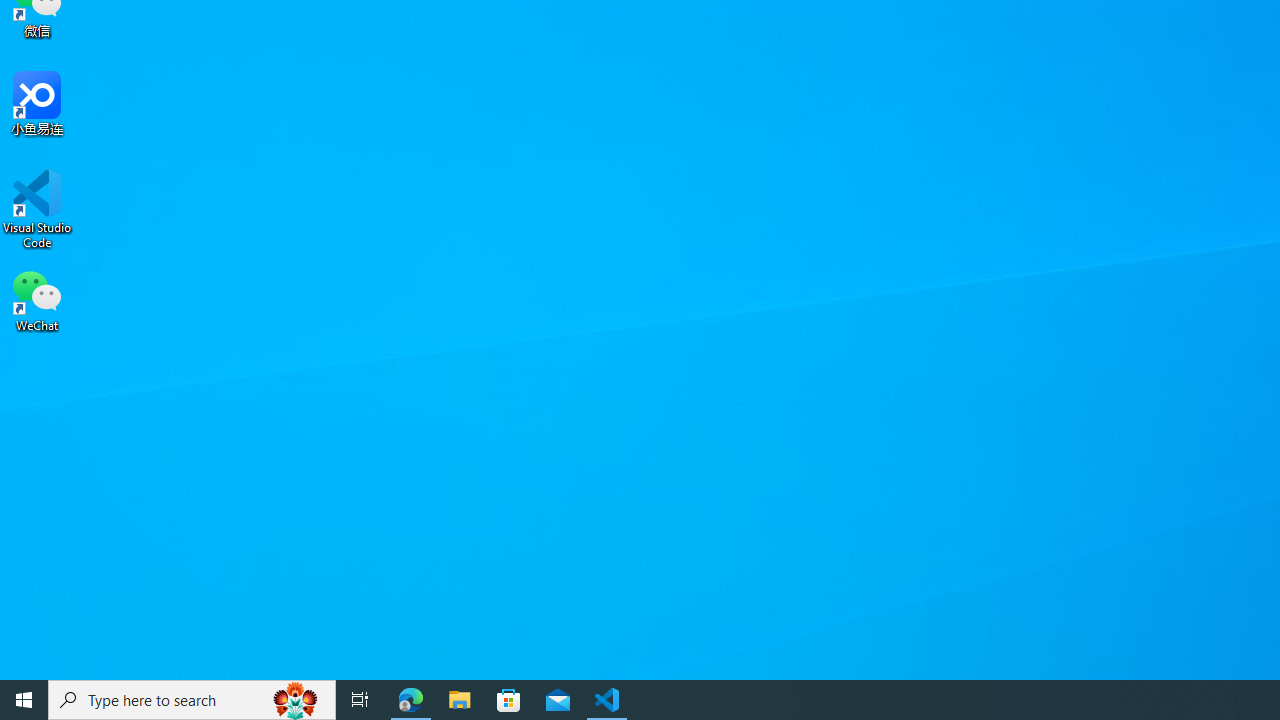  What do you see at coordinates (192, 698) in the screenshot?
I see `'Type here to search'` at bounding box center [192, 698].